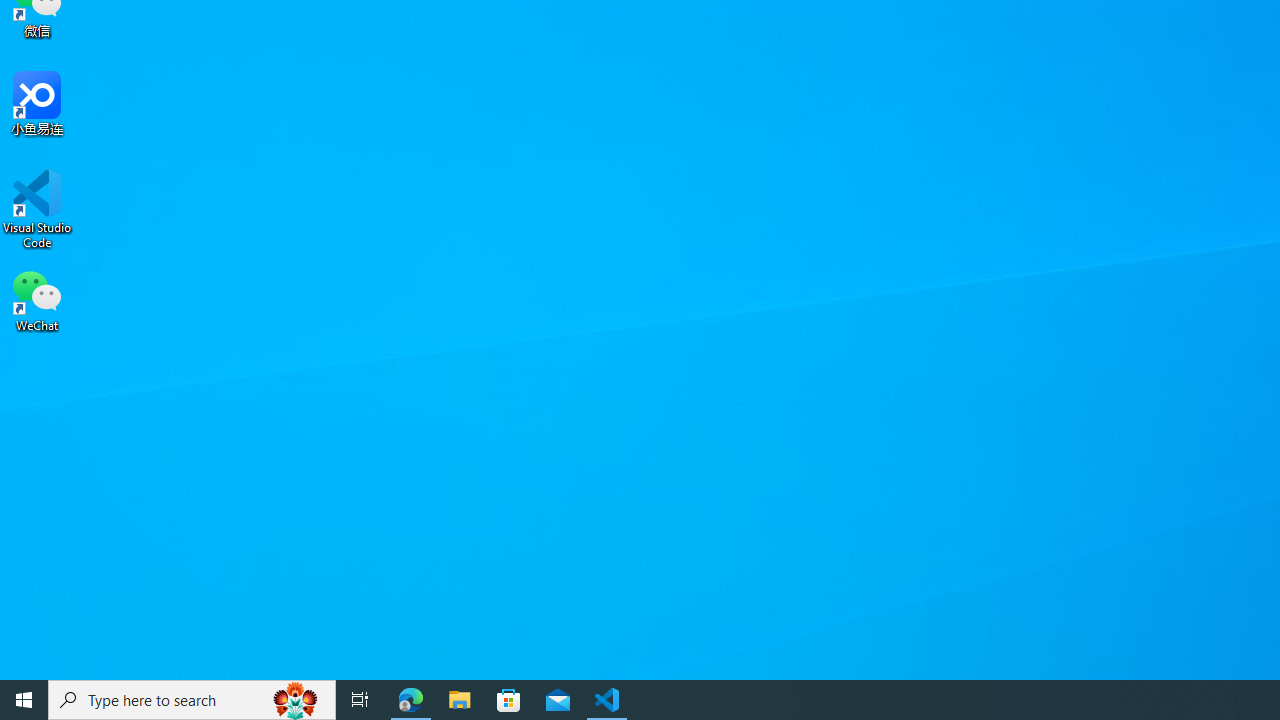  What do you see at coordinates (192, 698) in the screenshot?
I see `'Type here to search'` at bounding box center [192, 698].